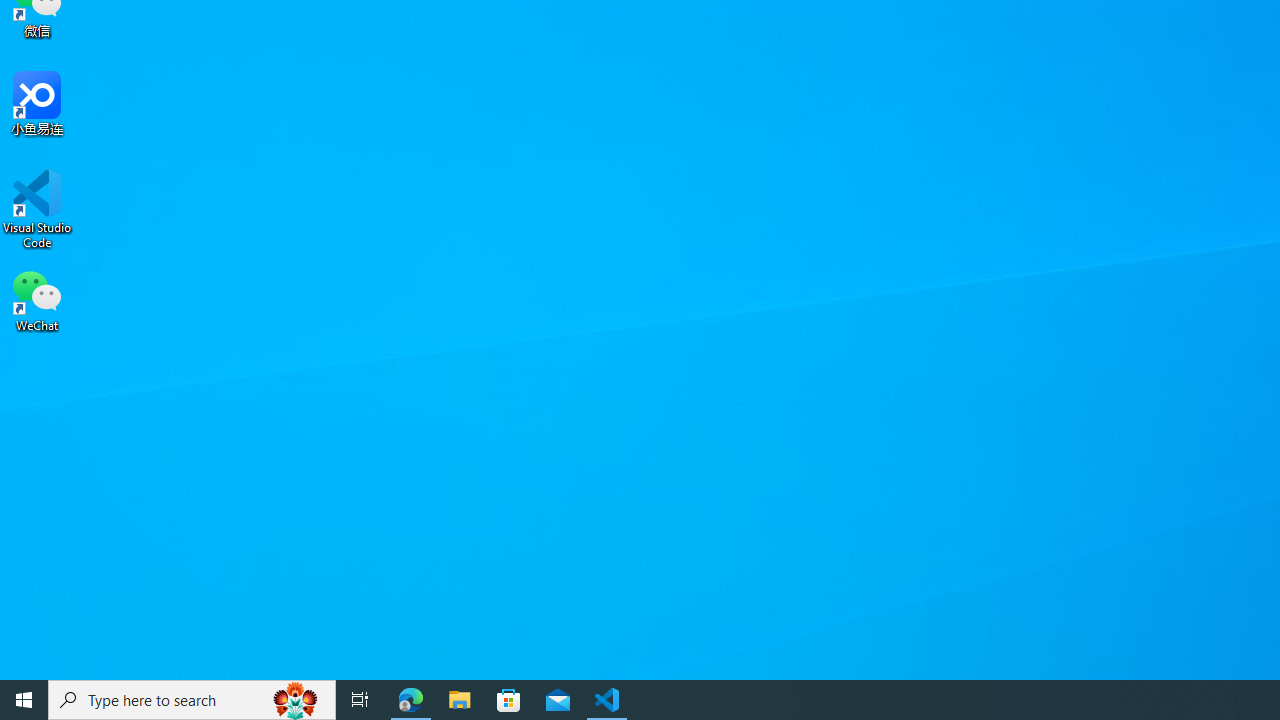  What do you see at coordinates (192, 698) in the screenshot?
I see `'Type here to search'` at bounding box center [192, 698].